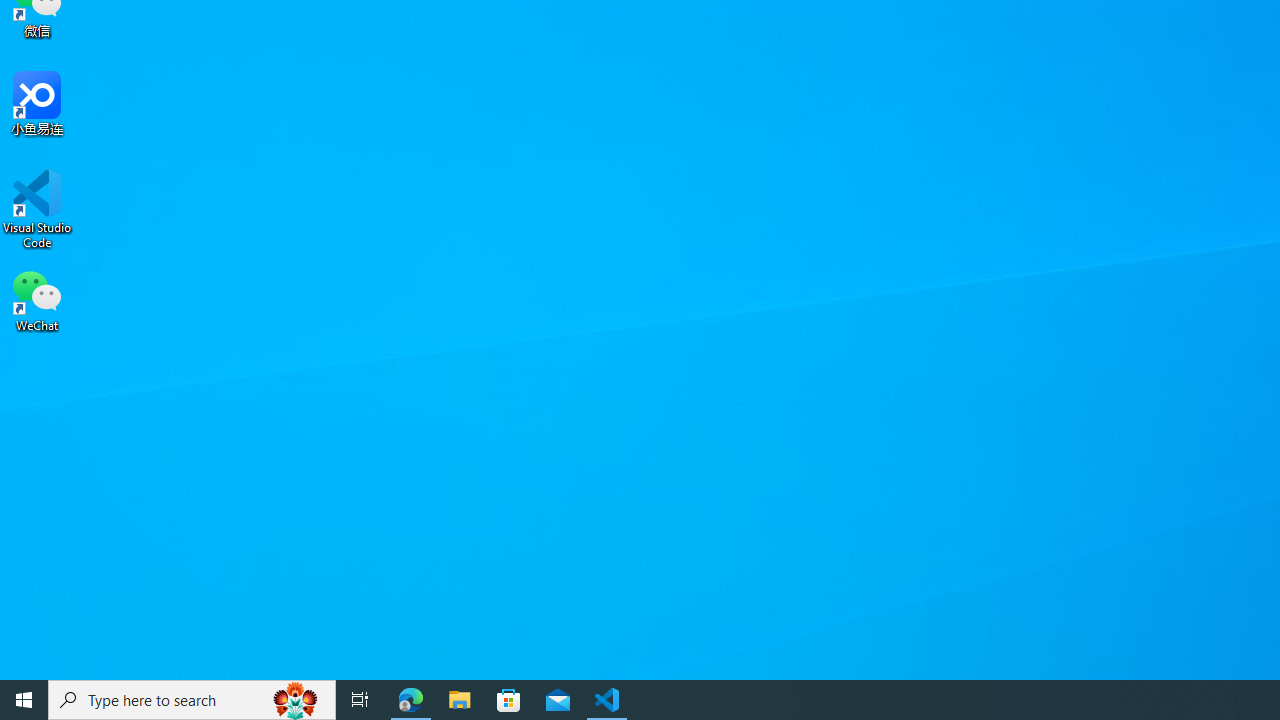  What do you see at coordinates (192, 698) in the screenshot?
I see `'Type here to search'` at bounding box center [192, 698].